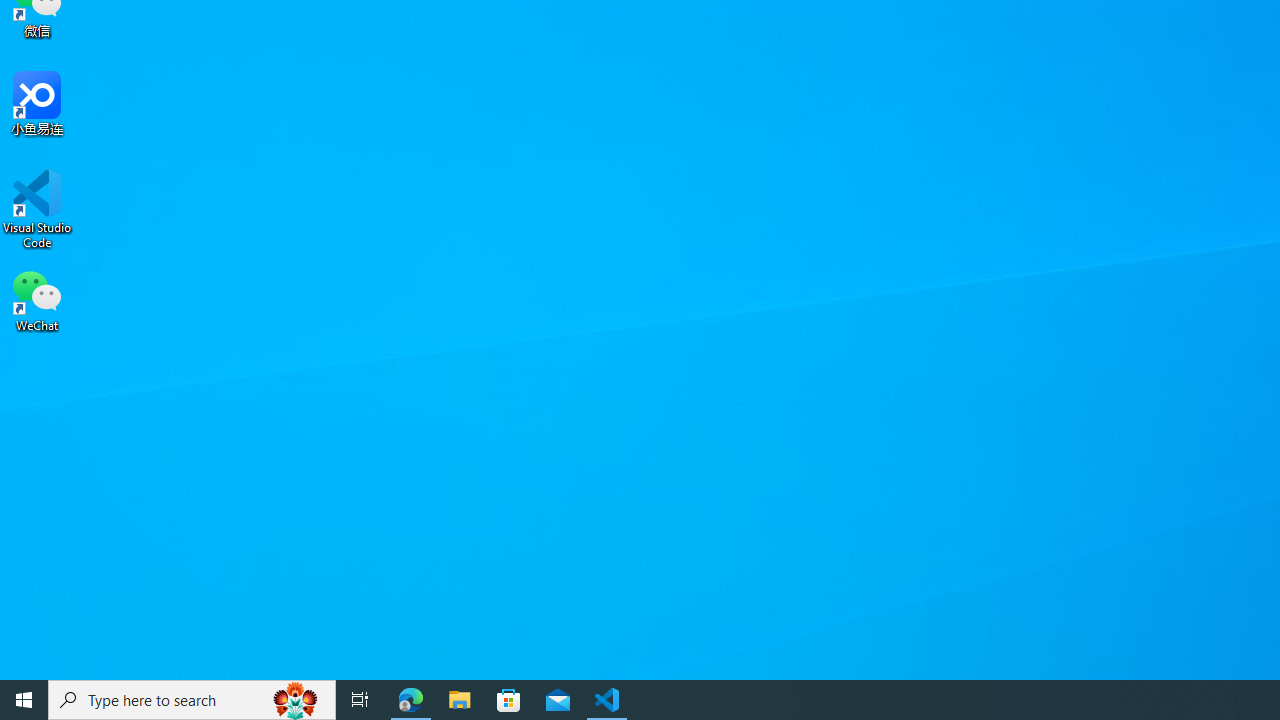  What do you see at coordinates (192, 698) in the screenshot?
I see `'Type here to search'` at bounding box center [192, 698].